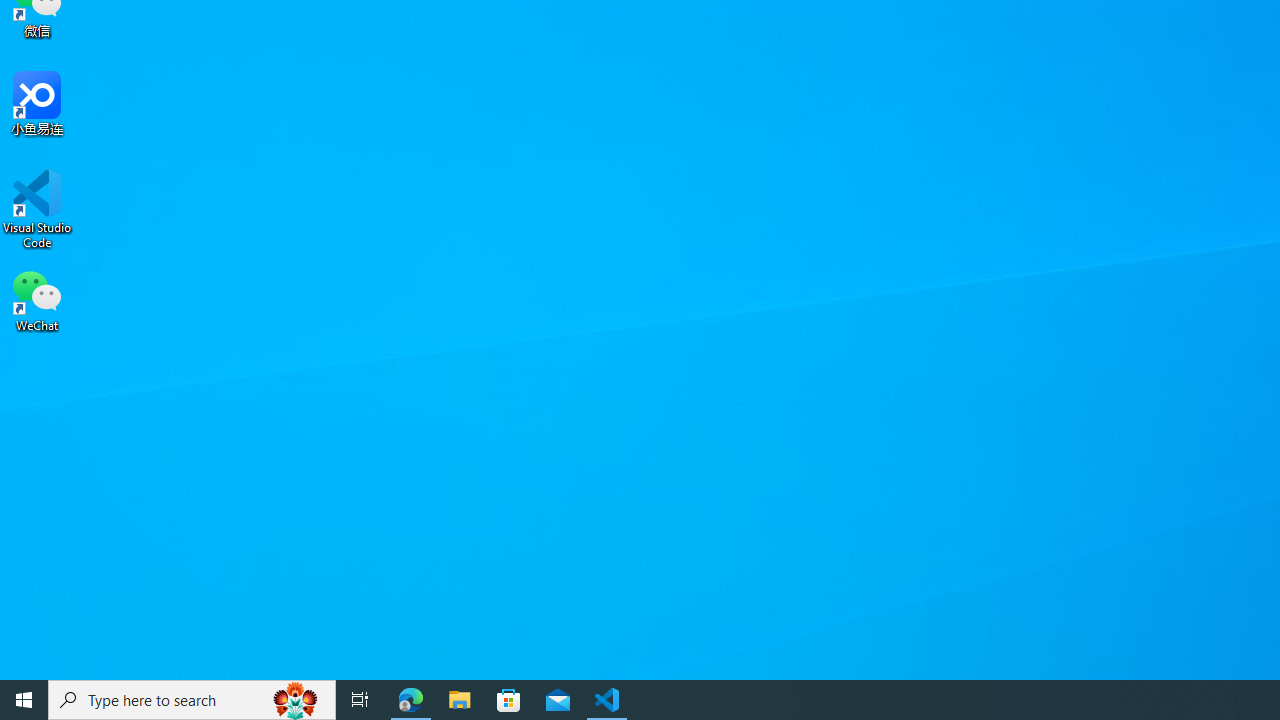  What do you see at coordinates (192, 698) in the screenshot?
I see `'Type here to search'` at bounding box center [192, 698].